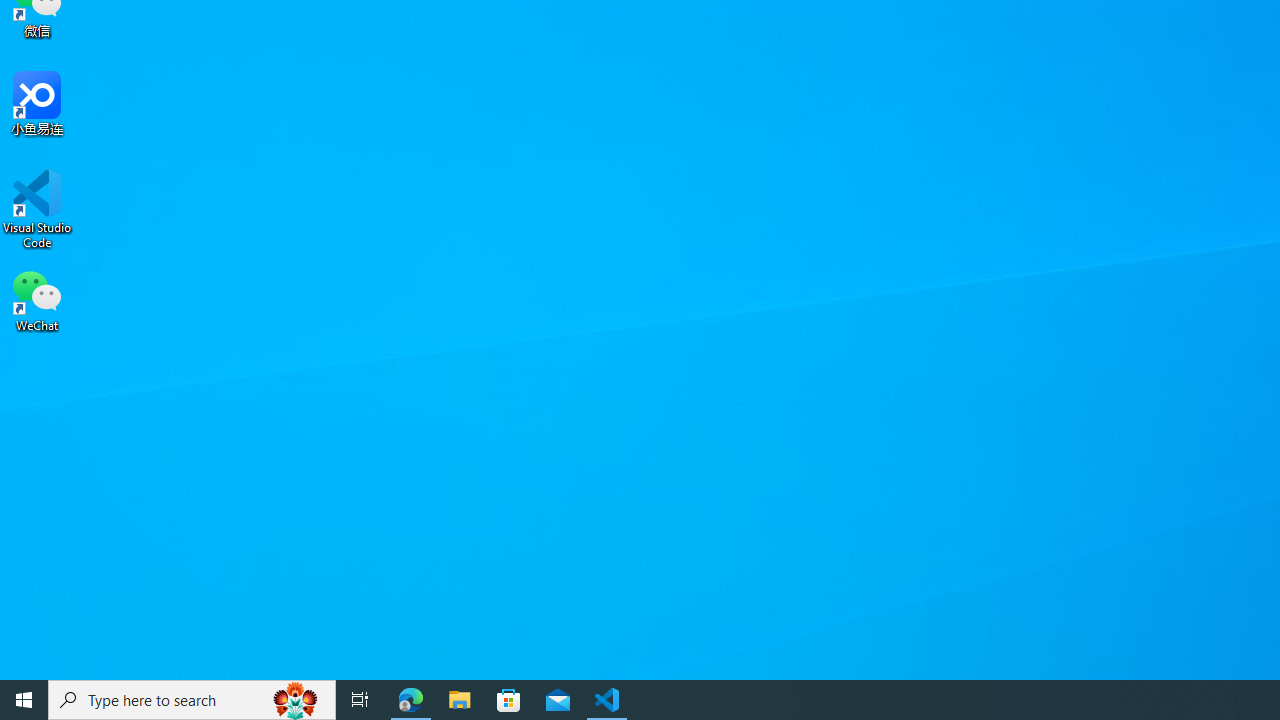  What do you see at coordinates (192, 698) in the screenshot?
I see `'Type here to search'` at bounding box center [192, 698].